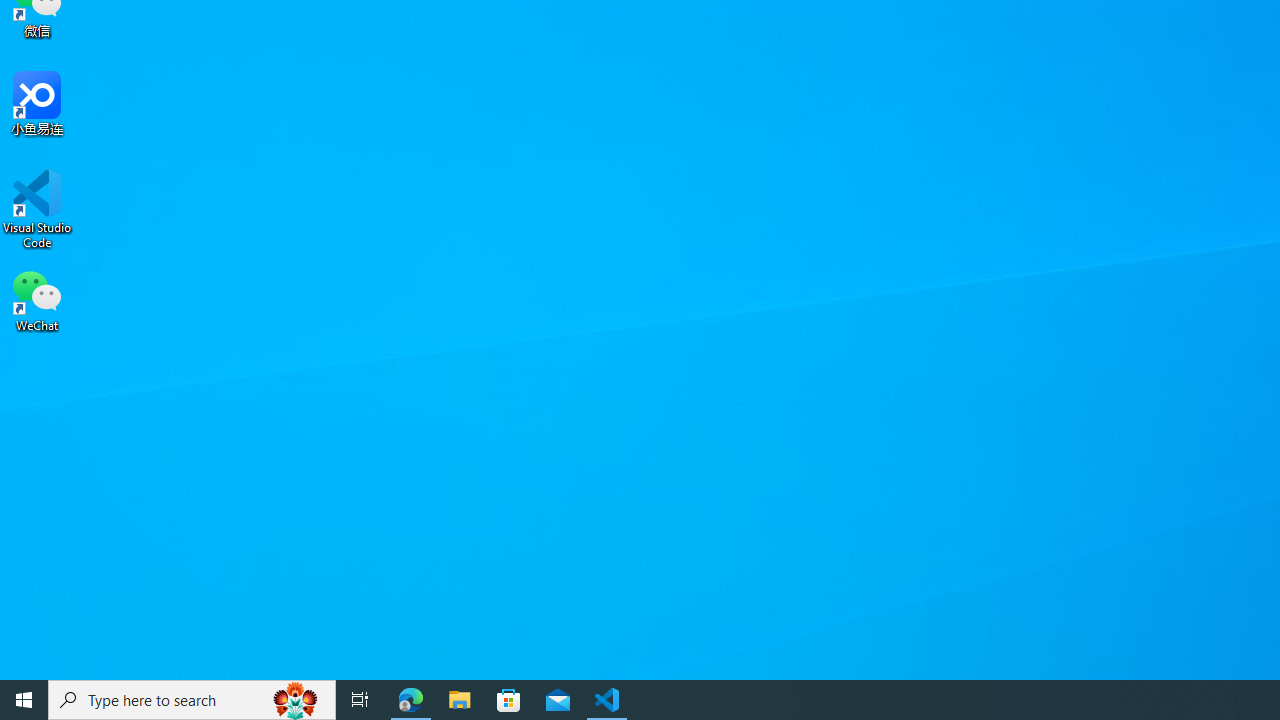  What do you see at coordinates (192, 698) in the screenshot?
I see `'Type here to search'` at bounding box center [192, 698].